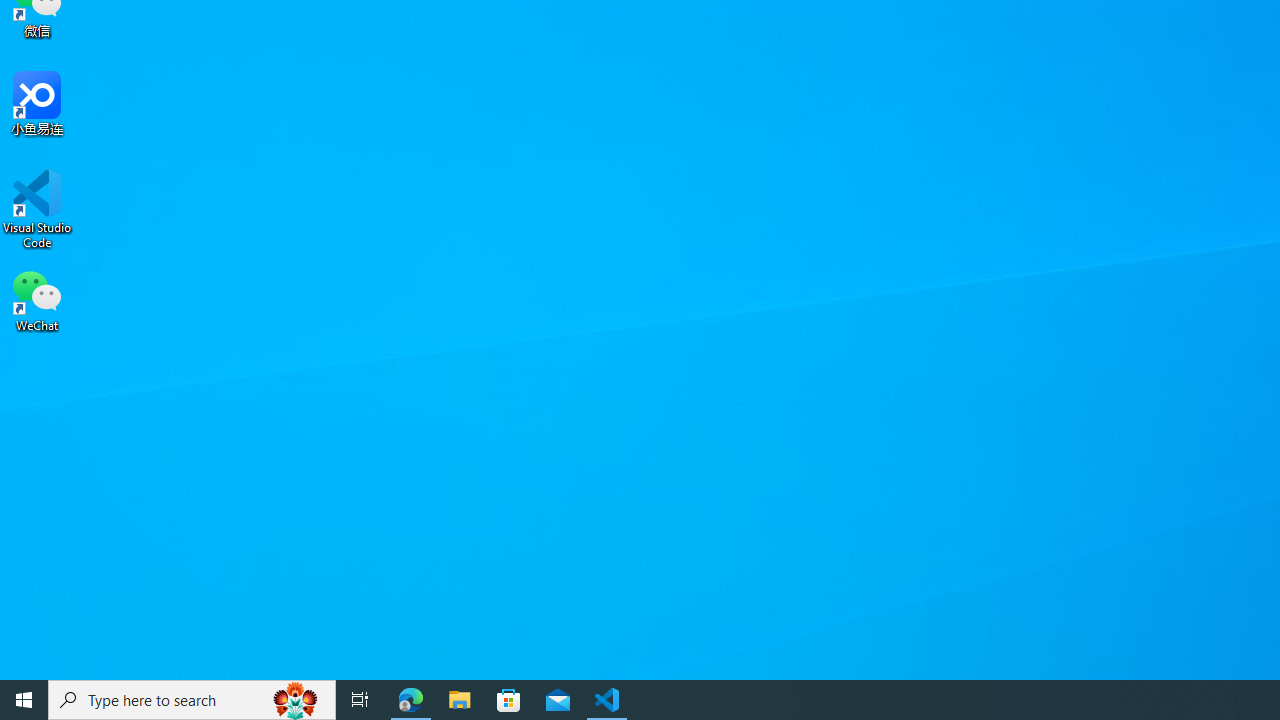  What do you see at coordinates (192, 698) in the screenshot?
I see `'Type here to search'` at bounding box center [192, 698].